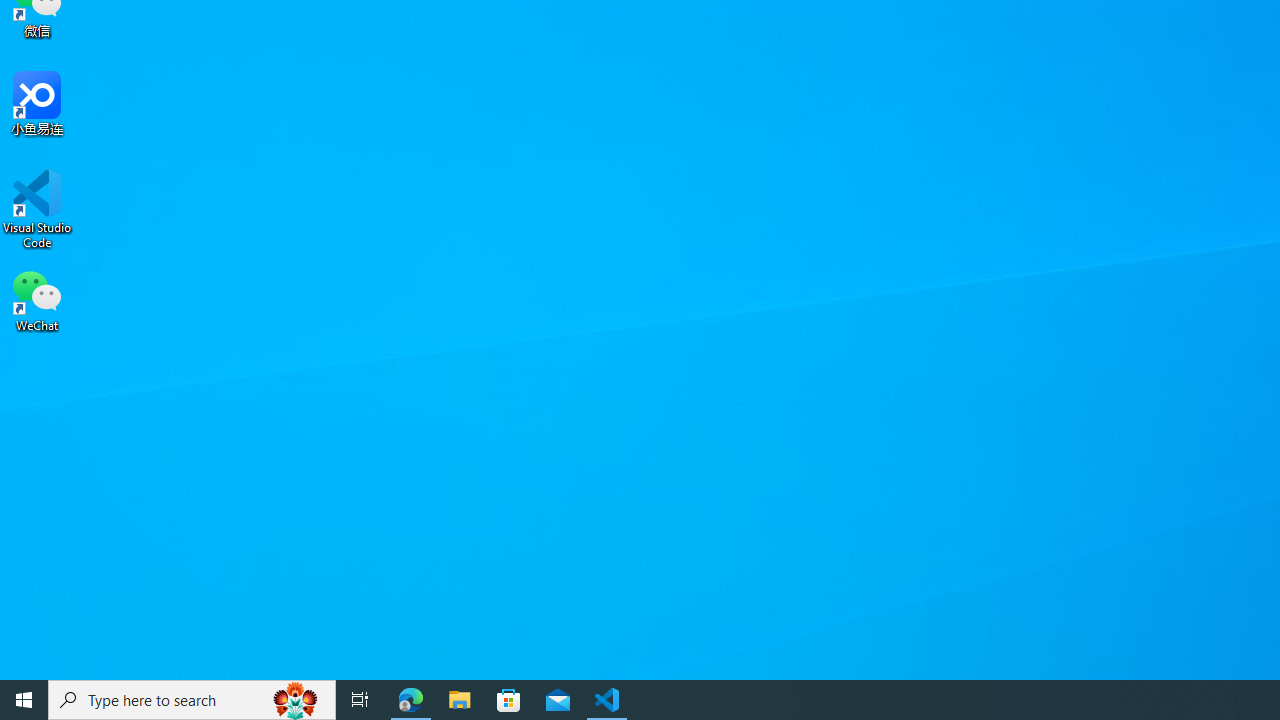  What do you see at coordinates (192, 698) in the screenshot?
I see `'Type here to search'` at bounding box center [192, 698].